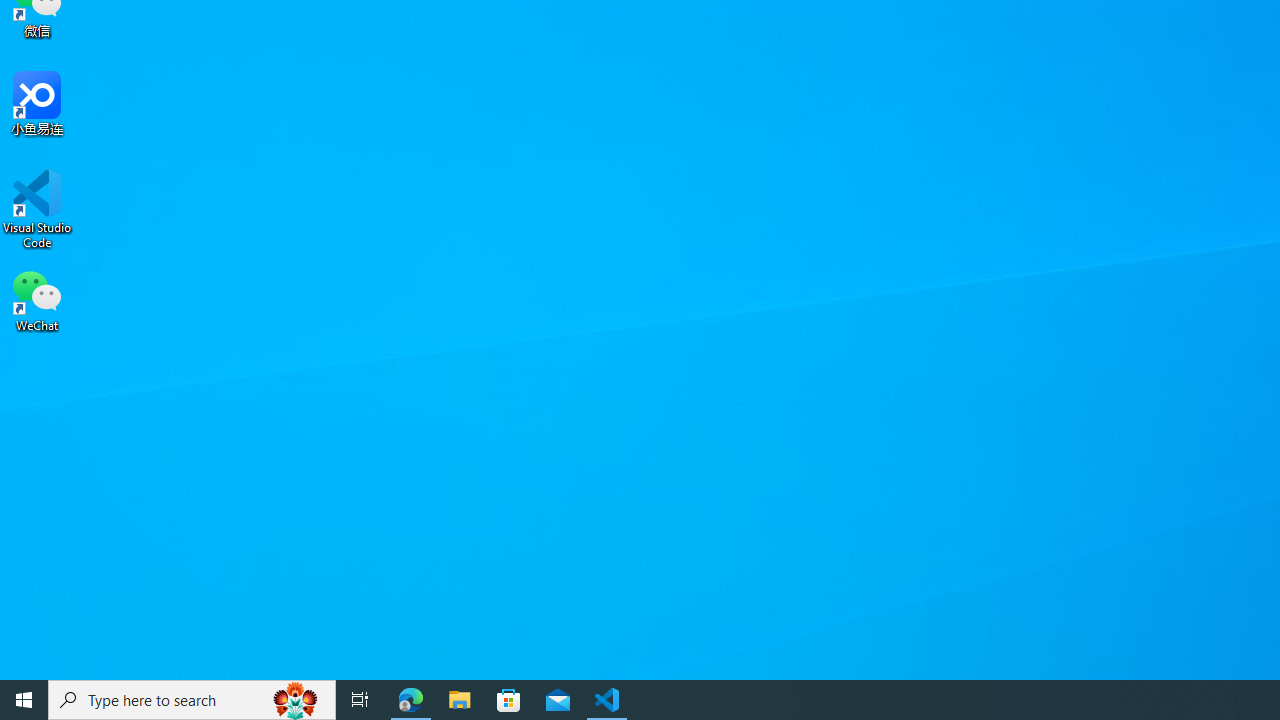  What do you see at coordinates (192, 698) in the screenshot?
I see `'Type here to search'` at bounding box center [192, 698].